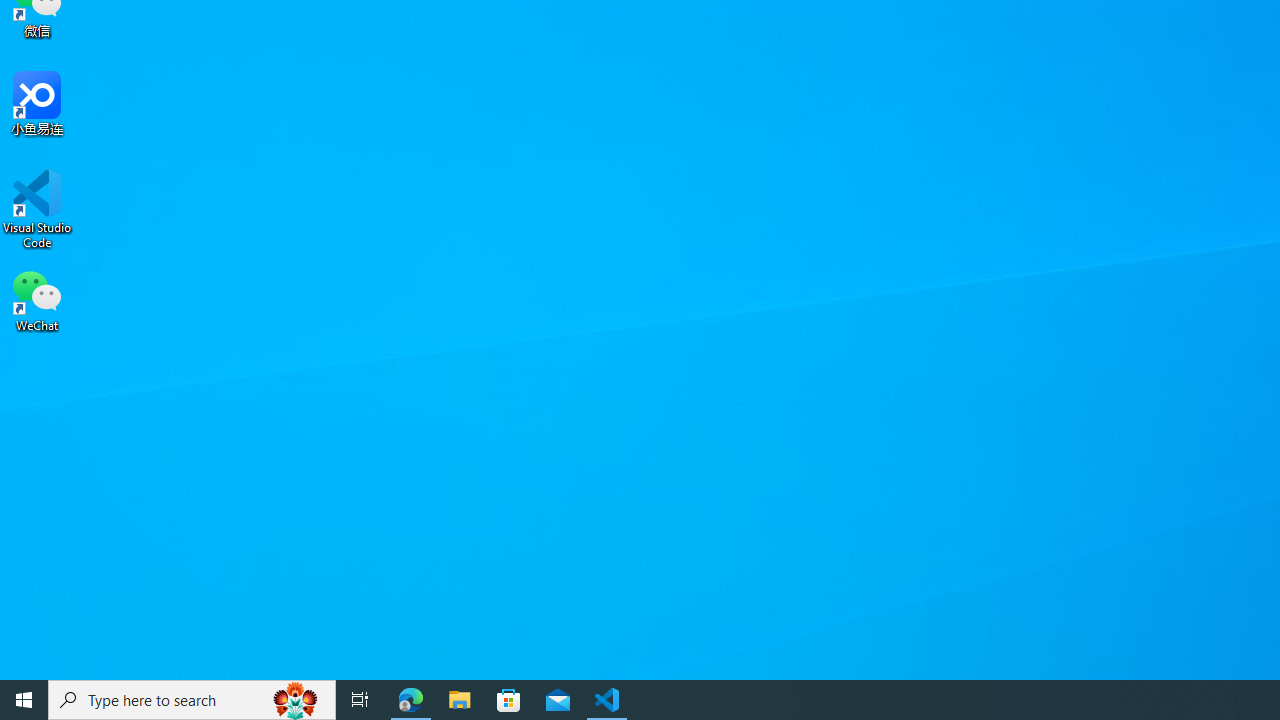  What do you see at coordinates (192, 698) in the screenshot?
I see `'Type here to search'` at bounding box center [192, 698].